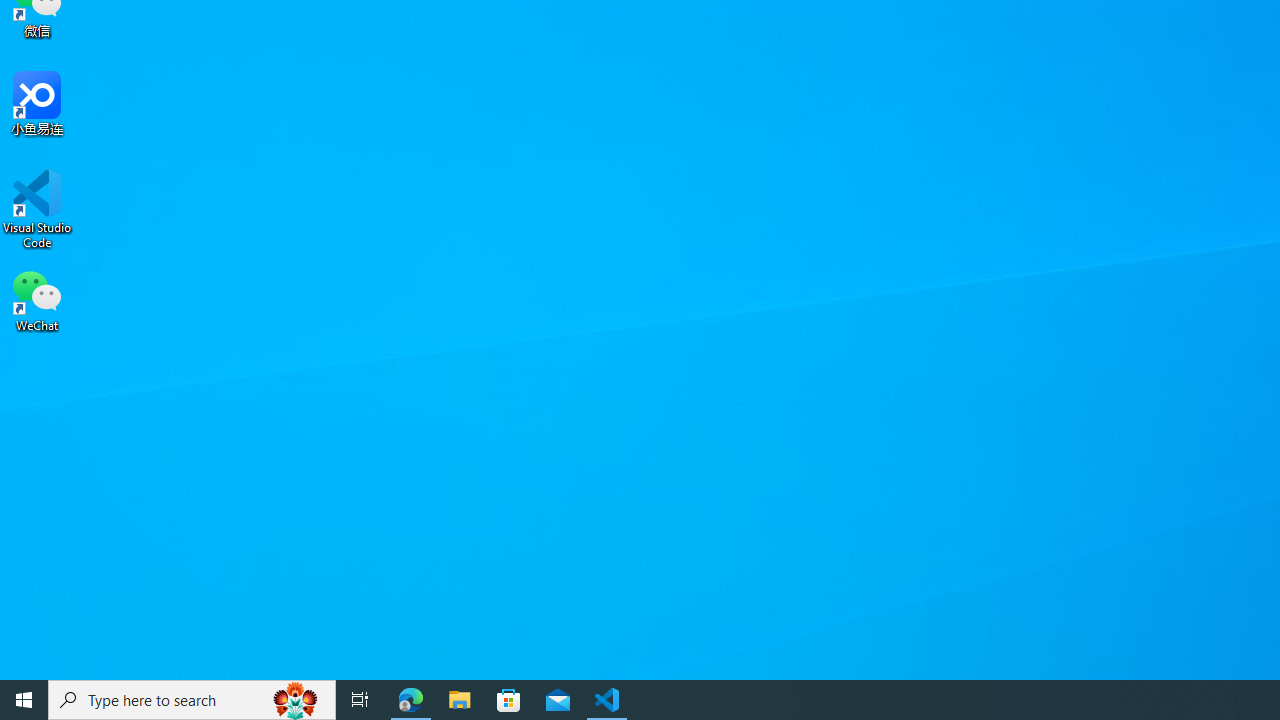  What do you see at coordinates (192, 698) in the screenshot?
I see `'Type here to search'` at bounding box center [192, 698].